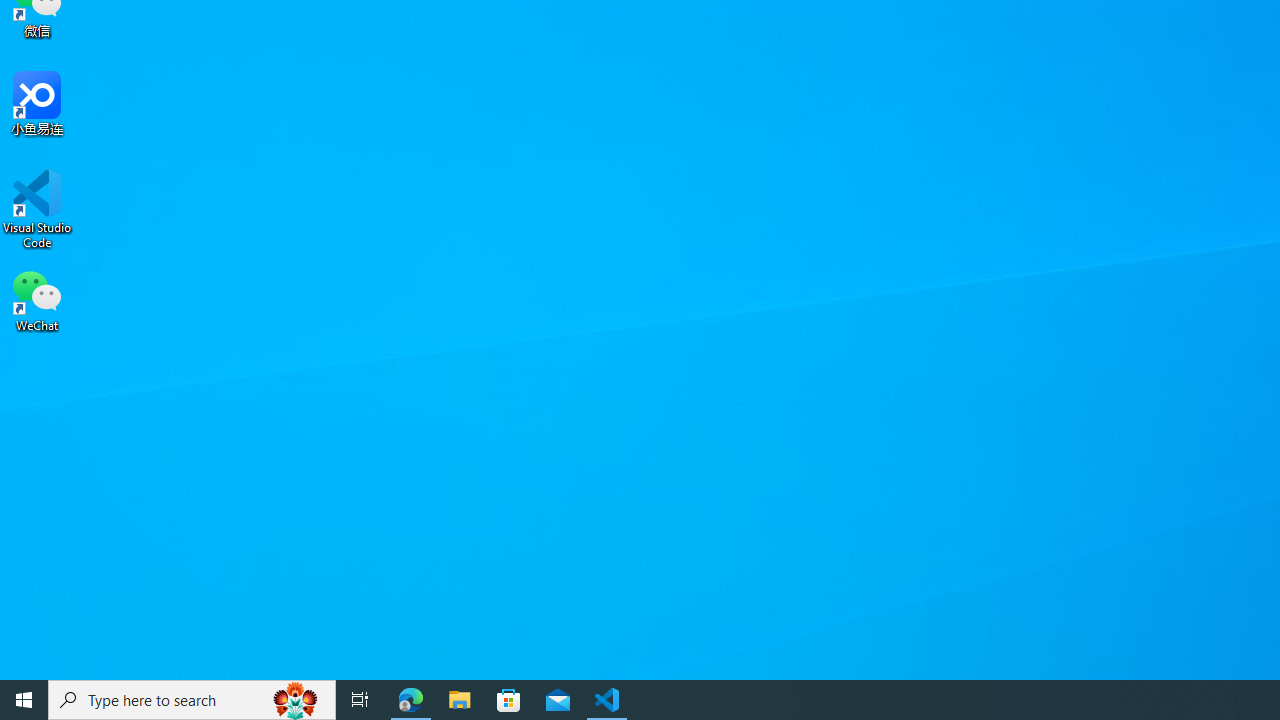  What do you see at coordinates (192, 698) in the screenshot?
I see `'Type here to search'` at bounding box center [192, 698].